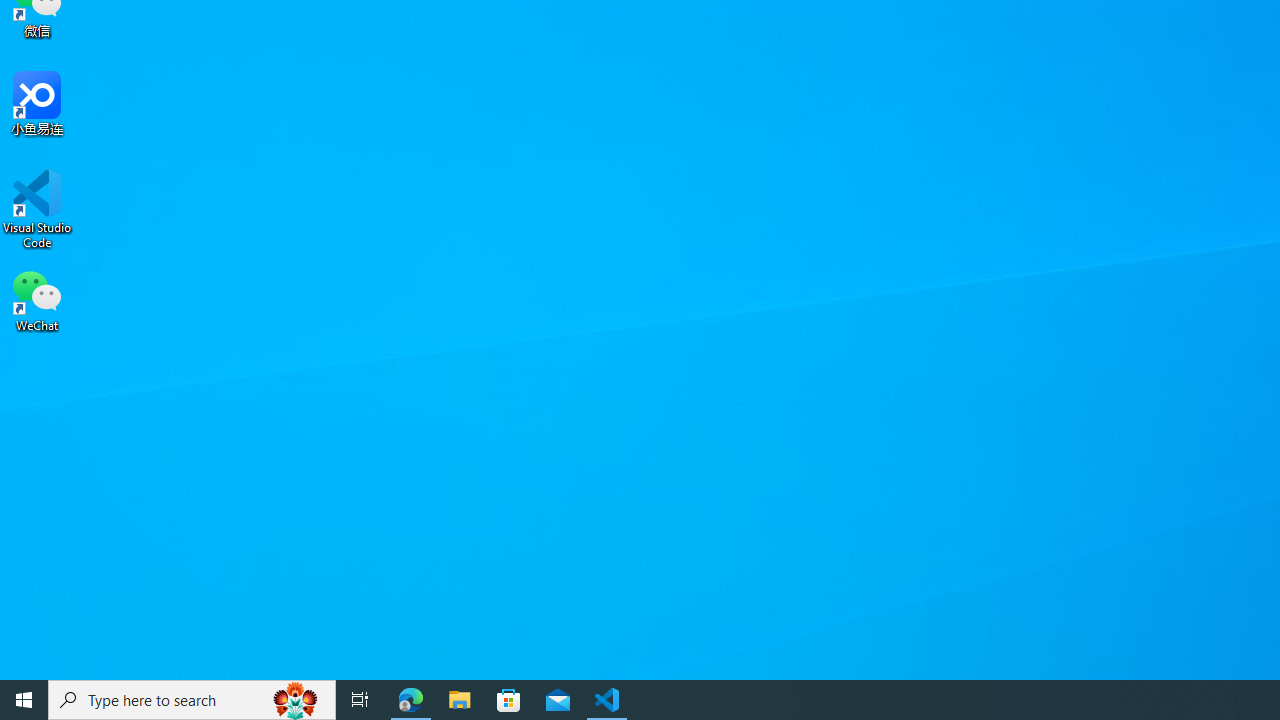  What do you see at coordinates (192, 698) in the screenshot?
I see `'Type here to search'` at bounding box center [192, 698].